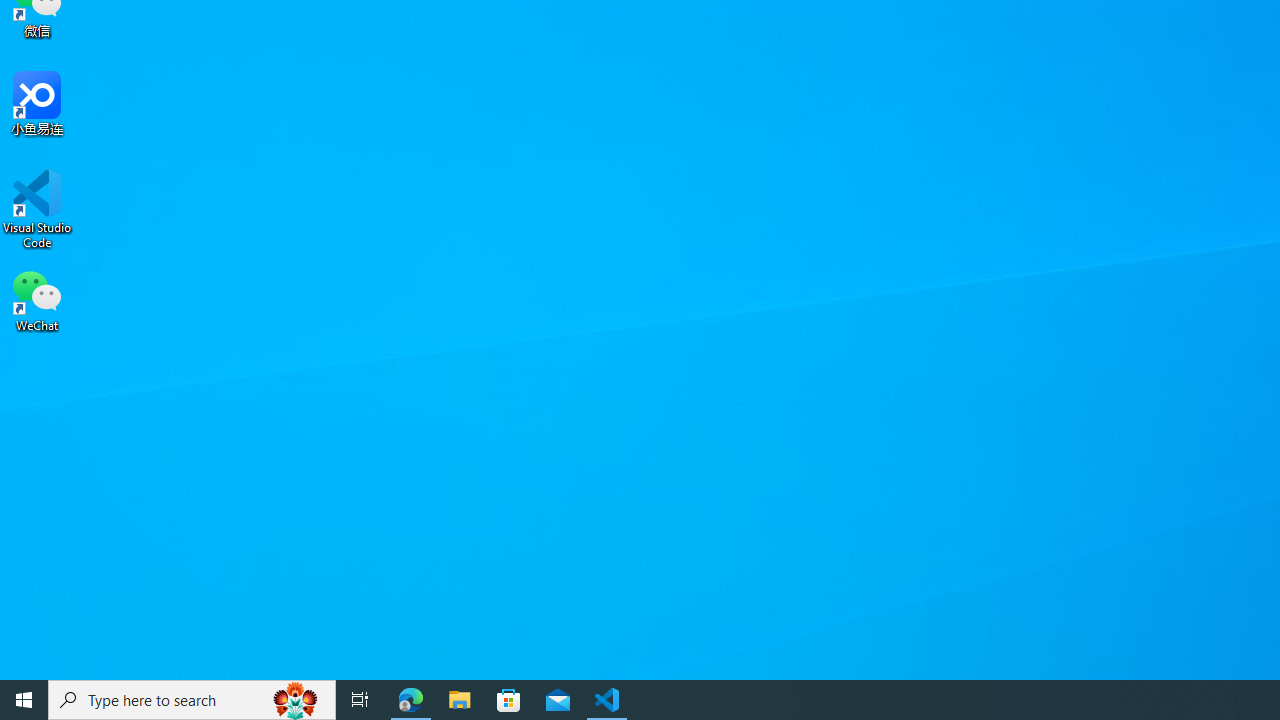  What do you see at coordinates (192, 698) in the screenshot?
I see `'Type here to search'` at bounding box center [192, 698].